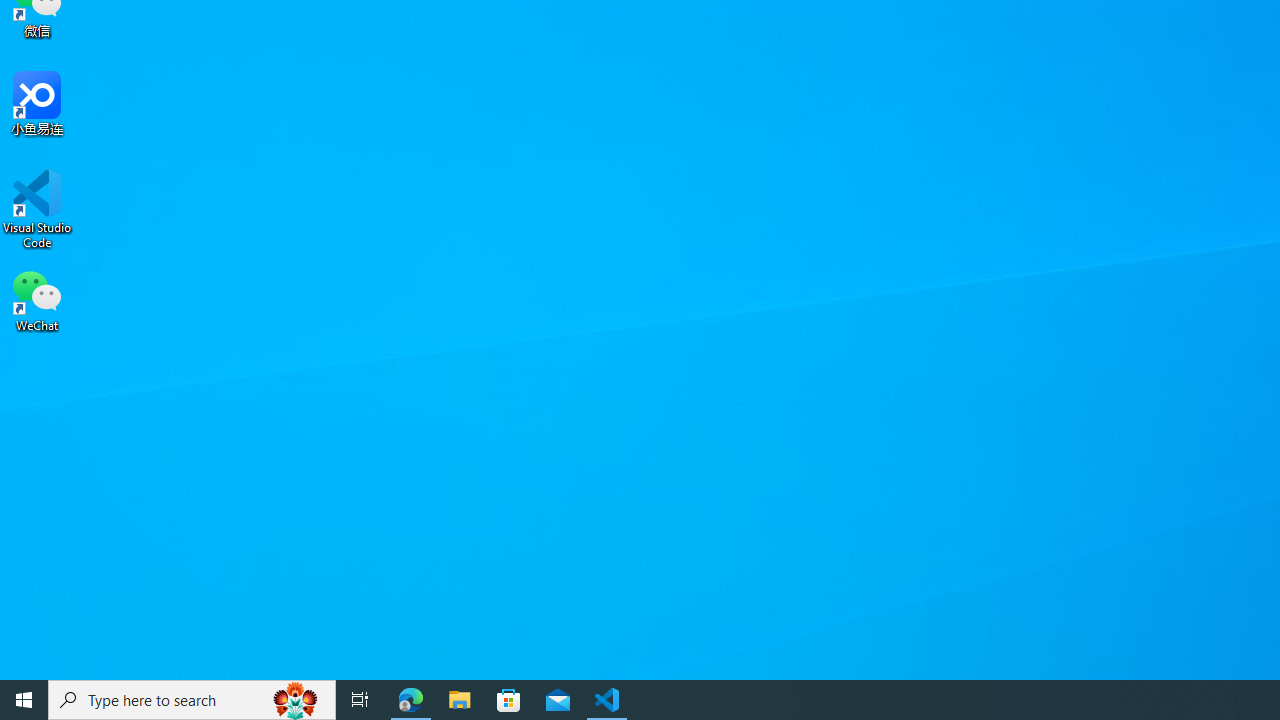  What do you see at coordinates (192, 698) in the screenshot?
I see `'Type here to search'` at bounding box center [192, 698].